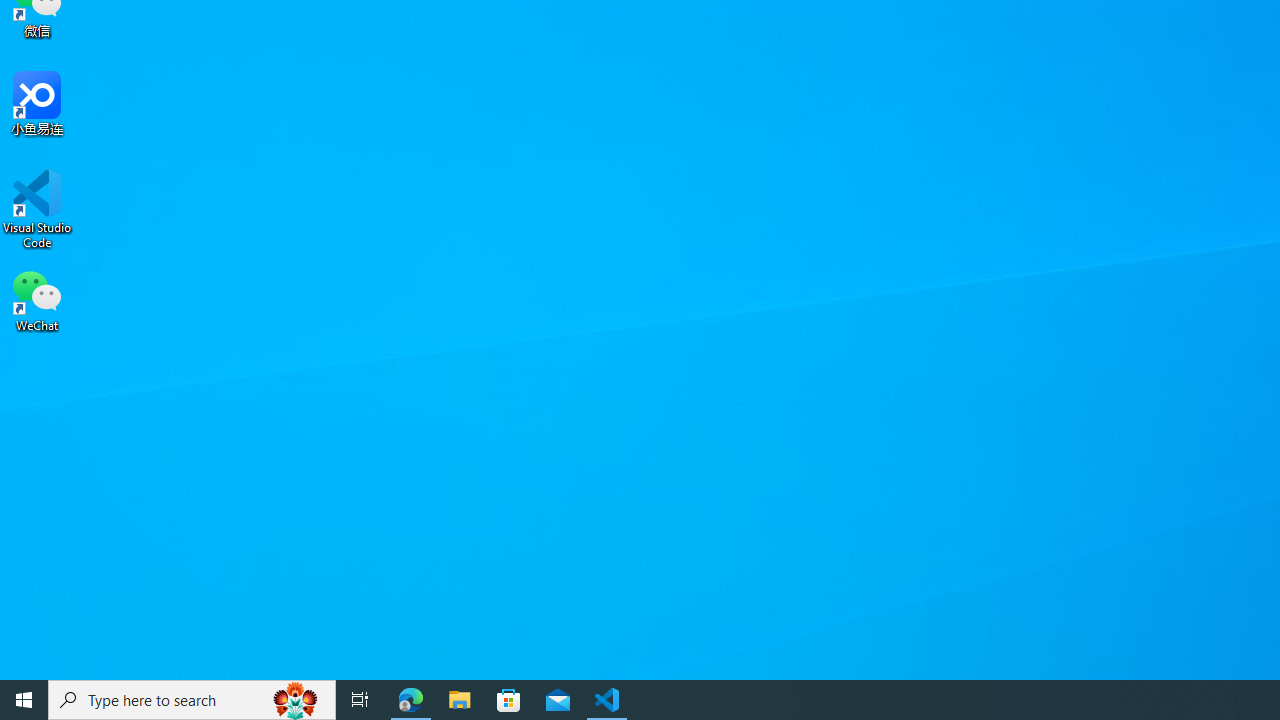  What do you see at coordinates (192, 698) in the screenshot?
I see `'Type here to search'` at bounding box center [192, 698].